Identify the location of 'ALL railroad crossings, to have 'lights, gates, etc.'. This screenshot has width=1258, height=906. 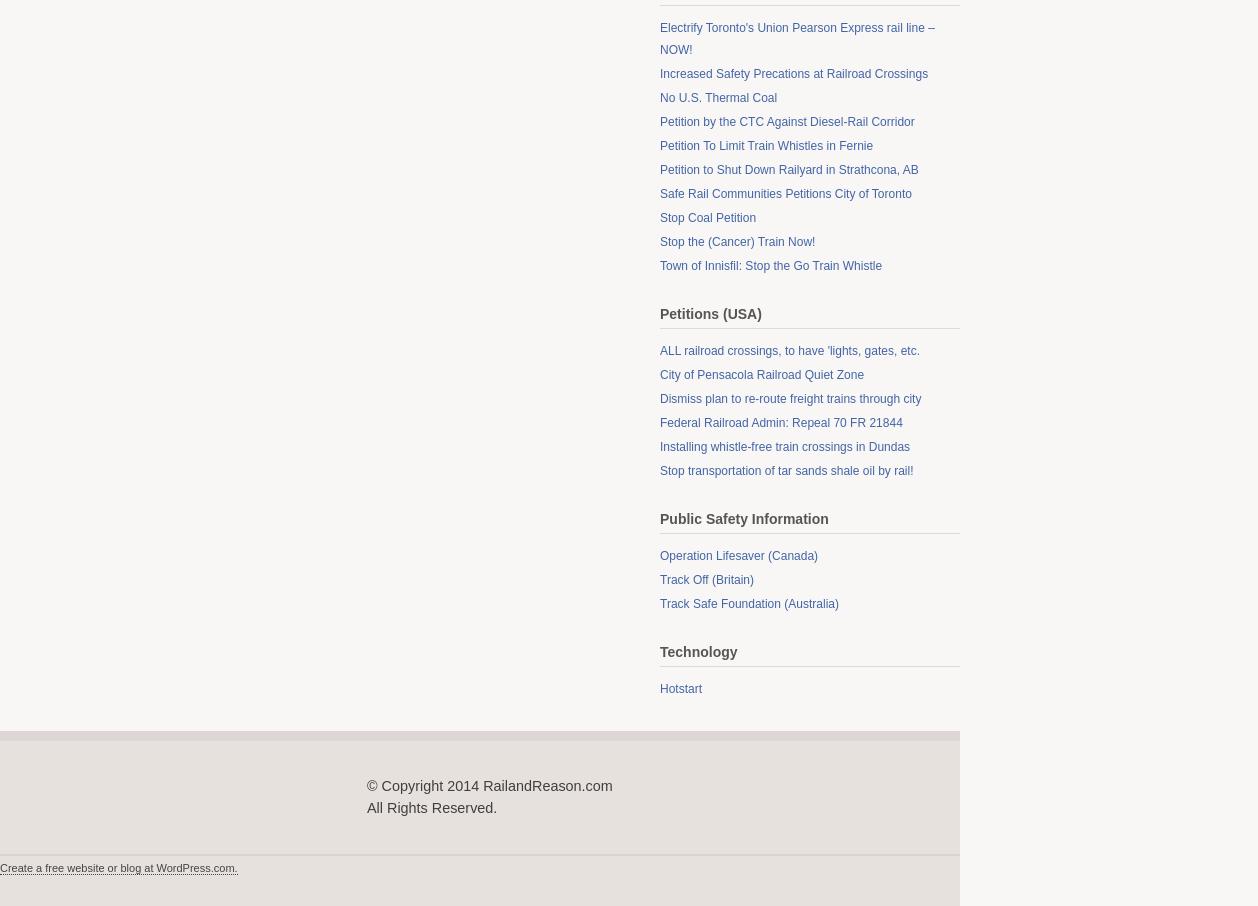
(789, 350).